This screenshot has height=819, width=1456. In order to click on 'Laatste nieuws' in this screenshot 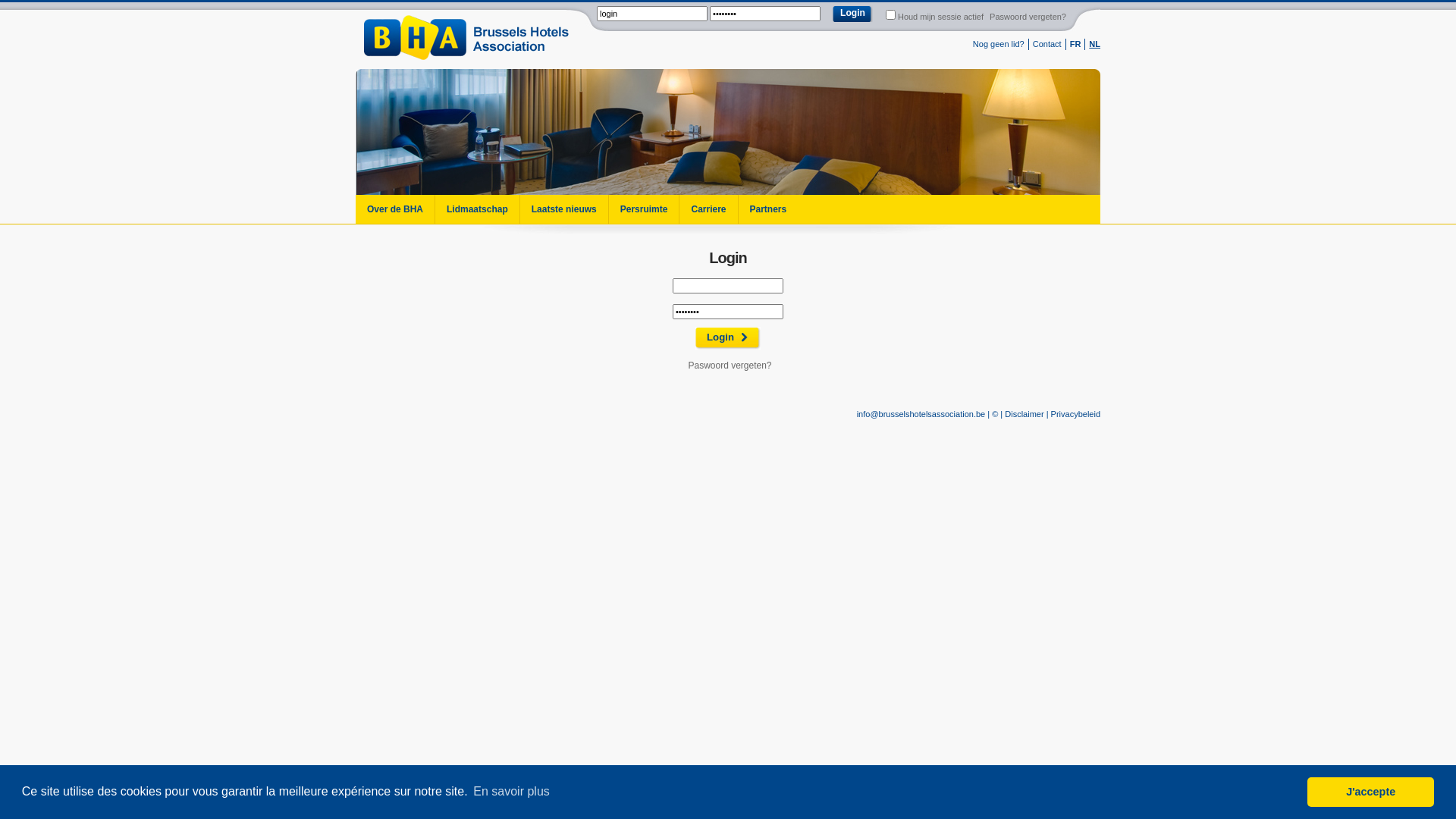, I will do `click(563, 209)`.